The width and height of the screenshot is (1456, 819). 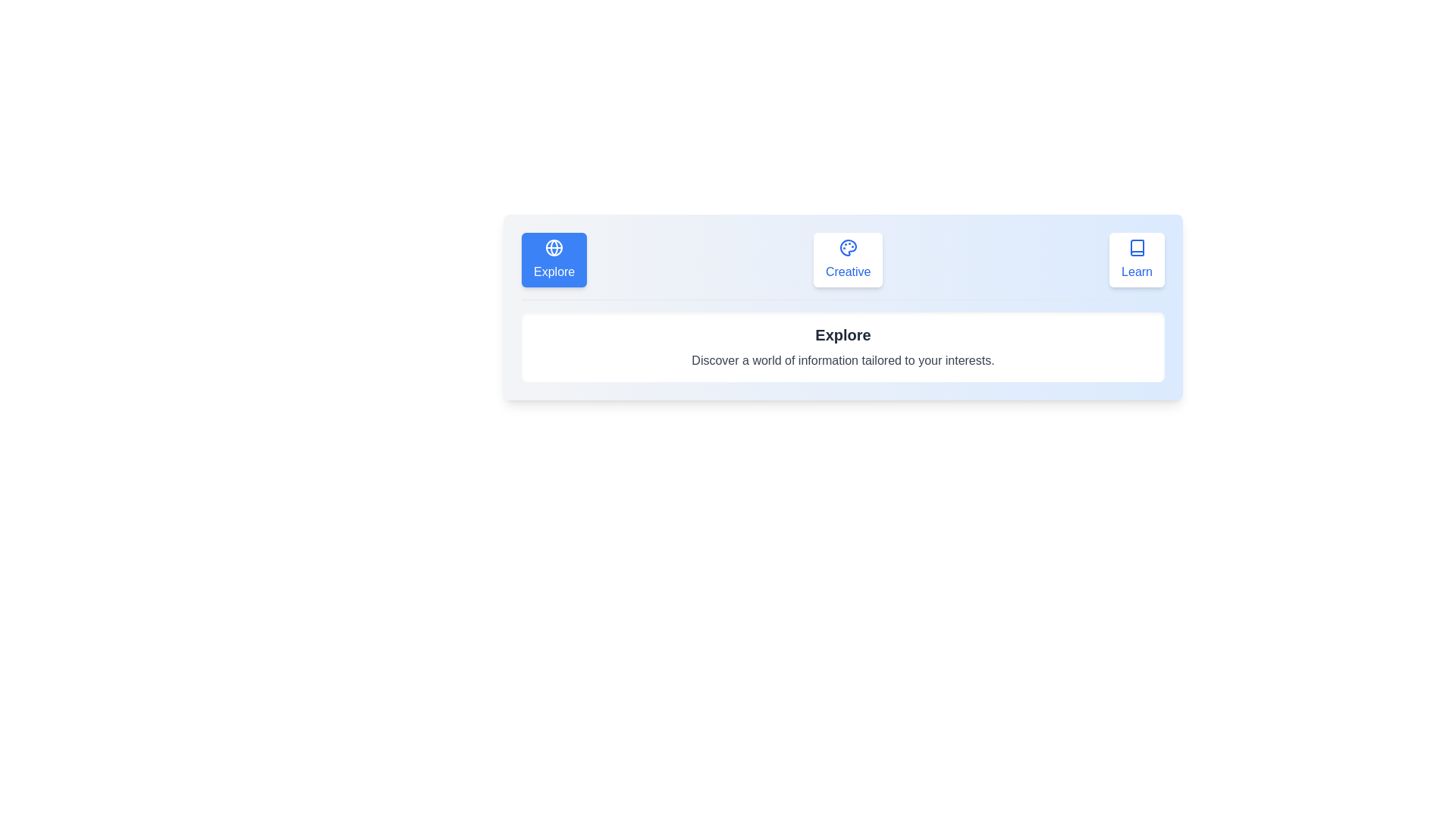 What do you see at coordinates (1136, 259) in the screenshot?
I see `the tab labeled Learn` at bounding box center [1136, 259].